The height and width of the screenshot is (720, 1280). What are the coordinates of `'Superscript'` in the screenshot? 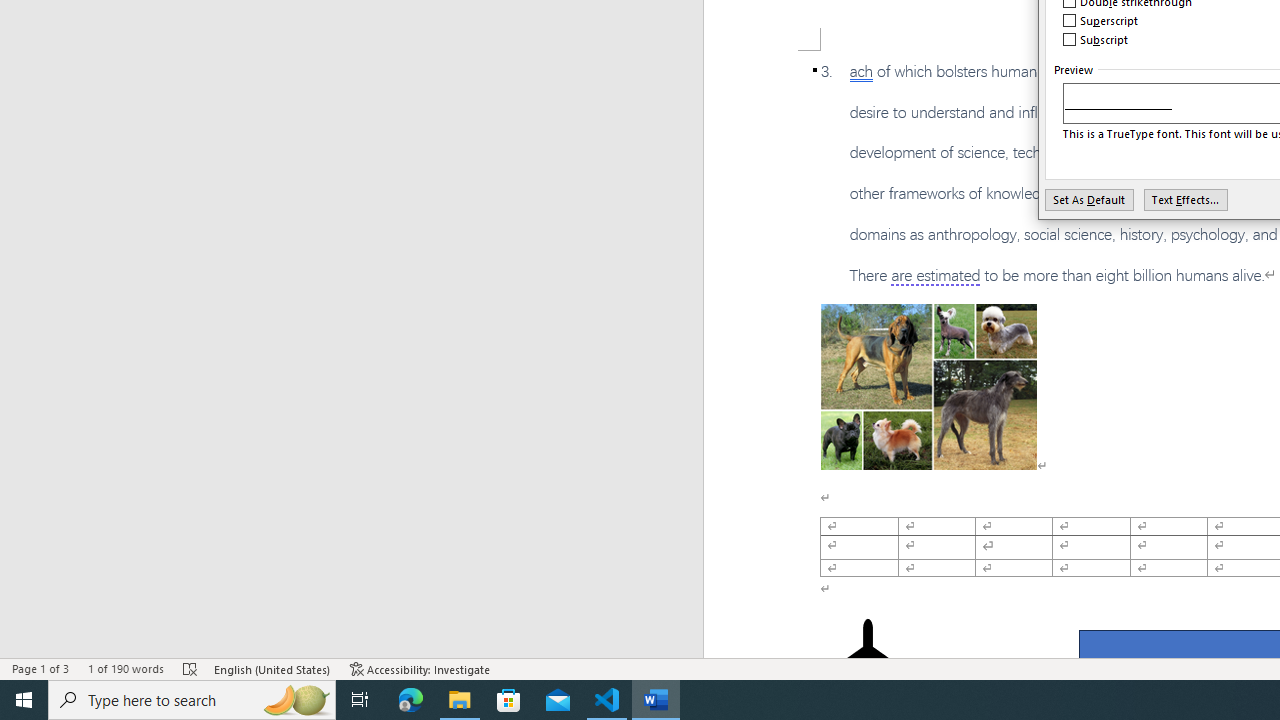 It's located at (1100, 20).